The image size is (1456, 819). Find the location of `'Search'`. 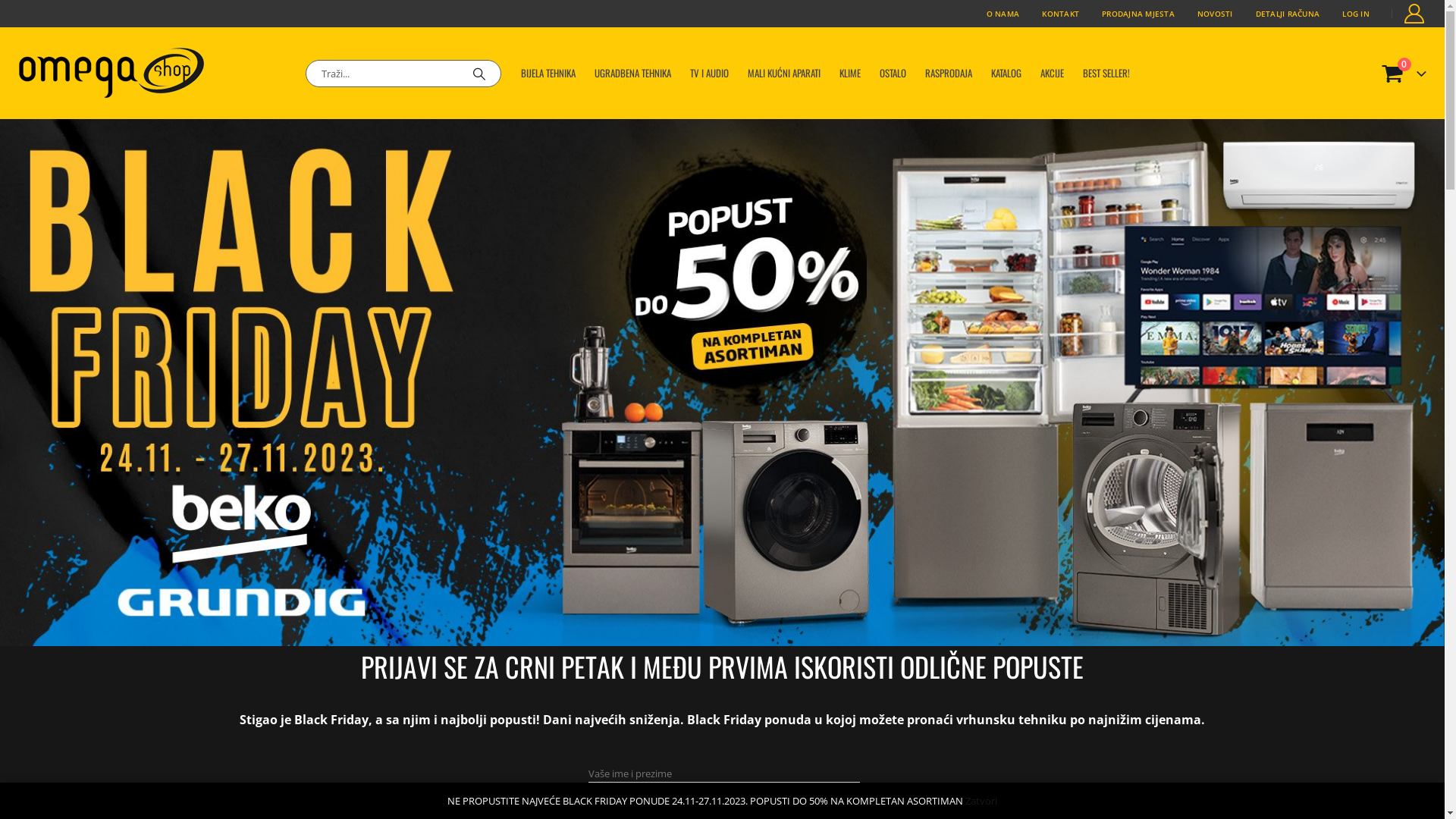

'Search' is located at coordinates (479, 73).